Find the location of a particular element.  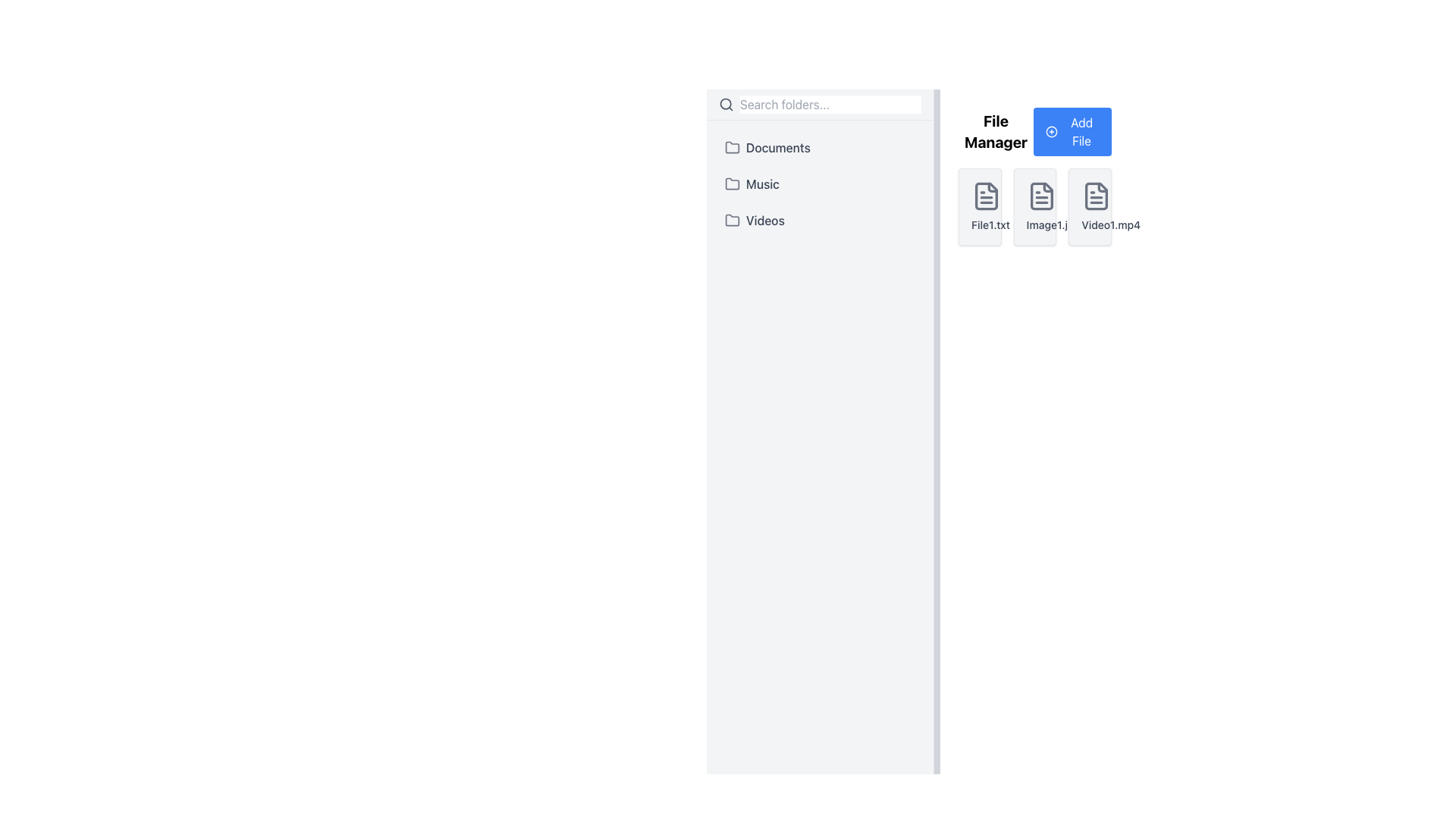

the 'Documents' folder in the sidebar is located at coordinates (819, 148).